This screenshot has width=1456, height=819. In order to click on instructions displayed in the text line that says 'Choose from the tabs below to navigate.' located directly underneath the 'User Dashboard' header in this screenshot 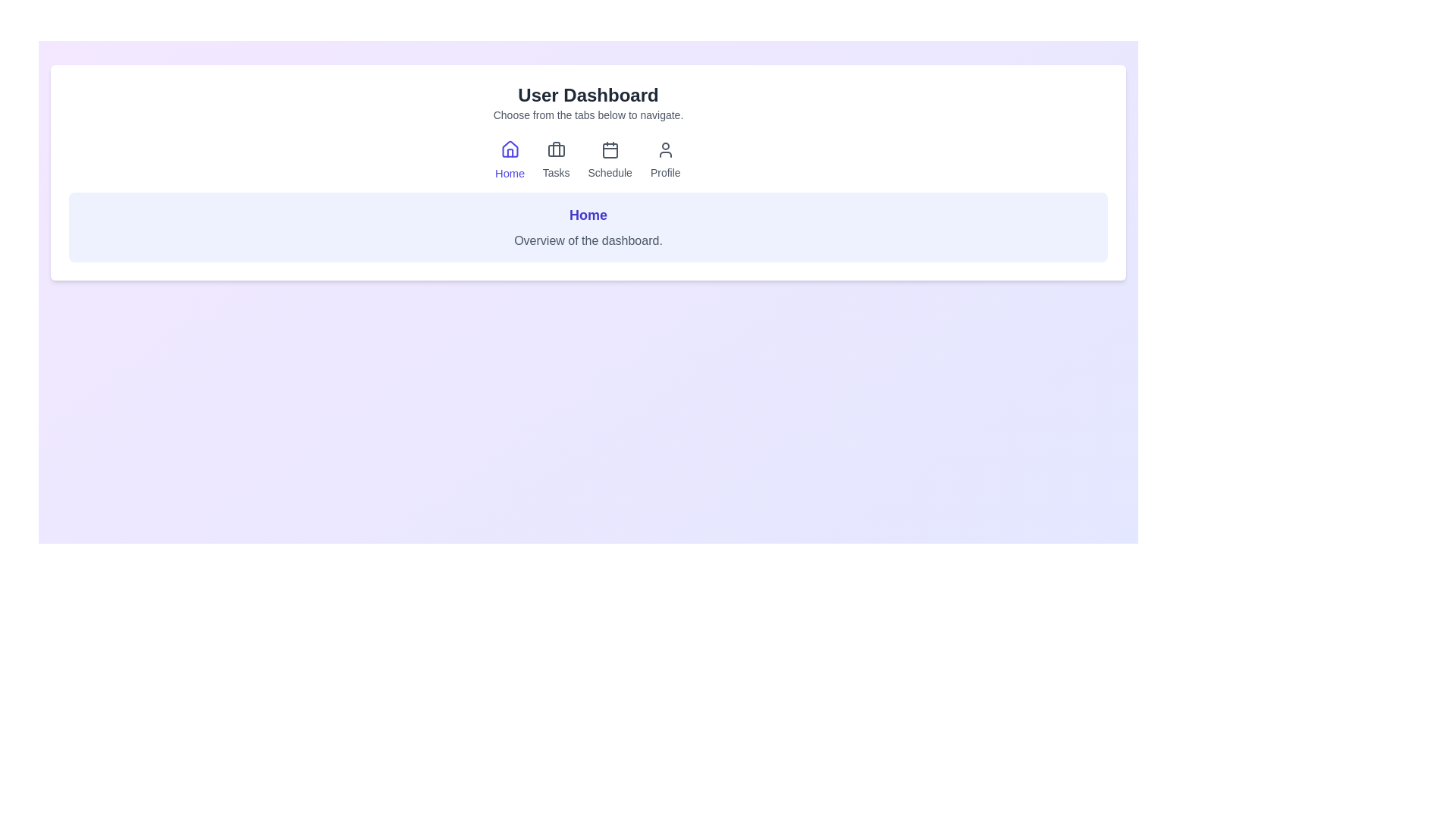, I will do `click(588, 114)`.